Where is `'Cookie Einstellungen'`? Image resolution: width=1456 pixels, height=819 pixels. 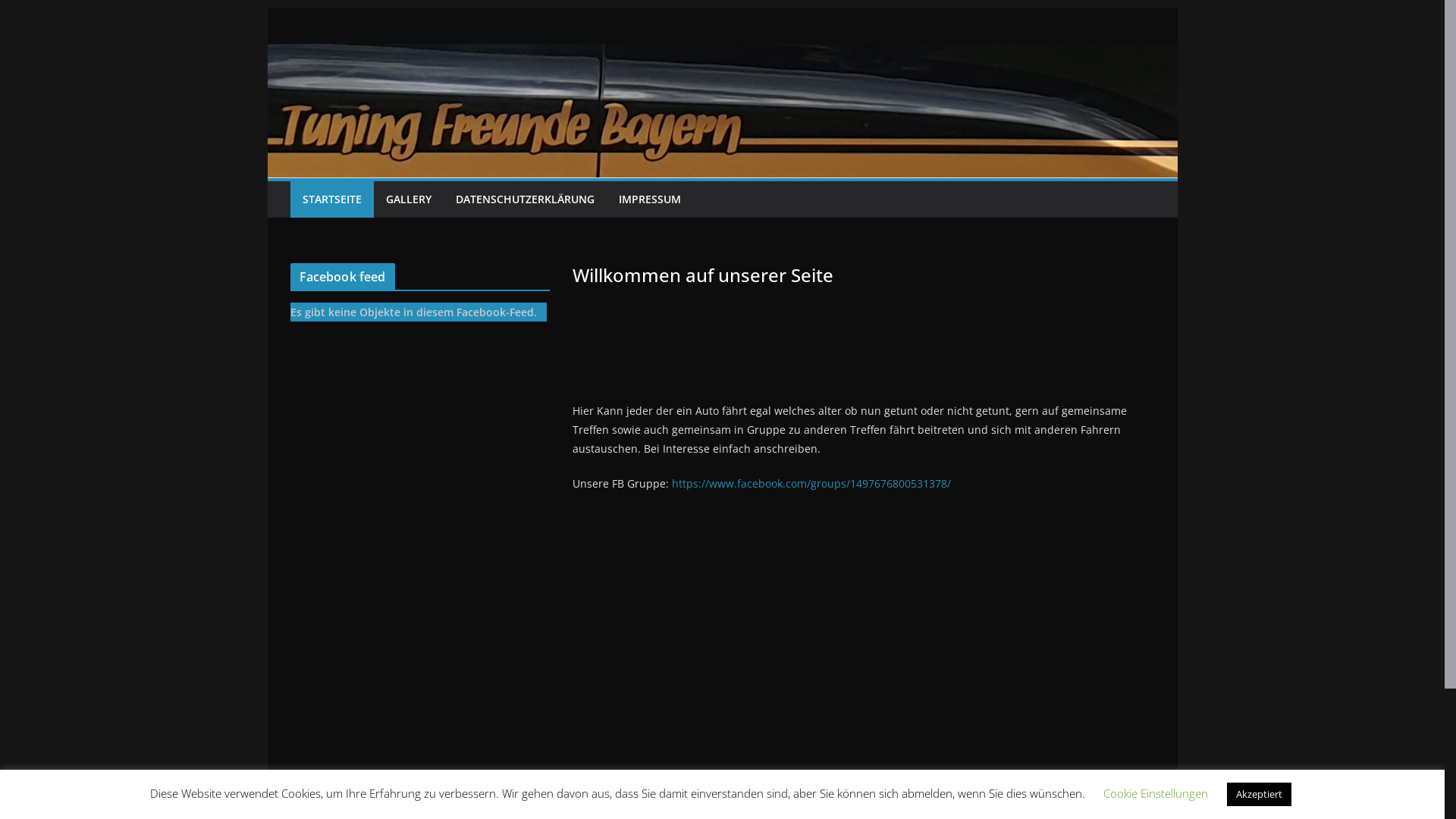 'Cookie Einstellungen' is located at coordinates (1153, 792).